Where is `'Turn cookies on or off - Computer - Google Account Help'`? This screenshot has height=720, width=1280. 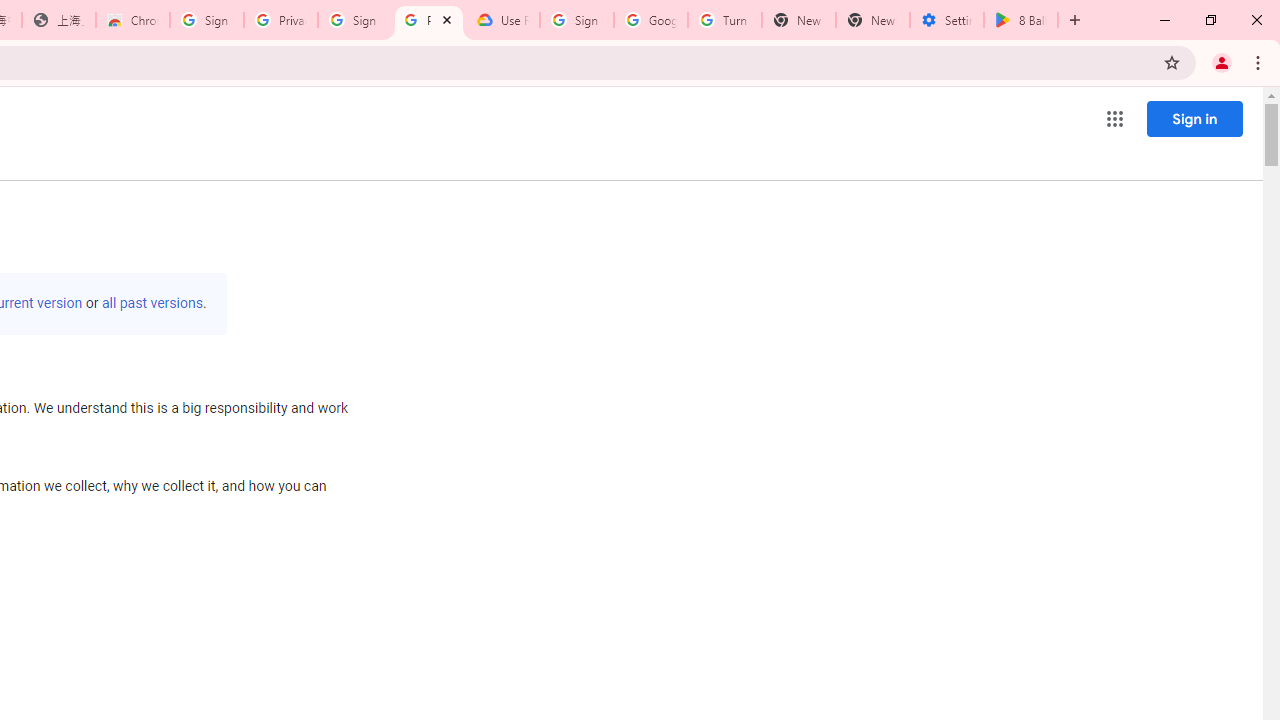 'Turn cookies on or off - Computer - Google Account Help' is located at coordinates (723, 20).